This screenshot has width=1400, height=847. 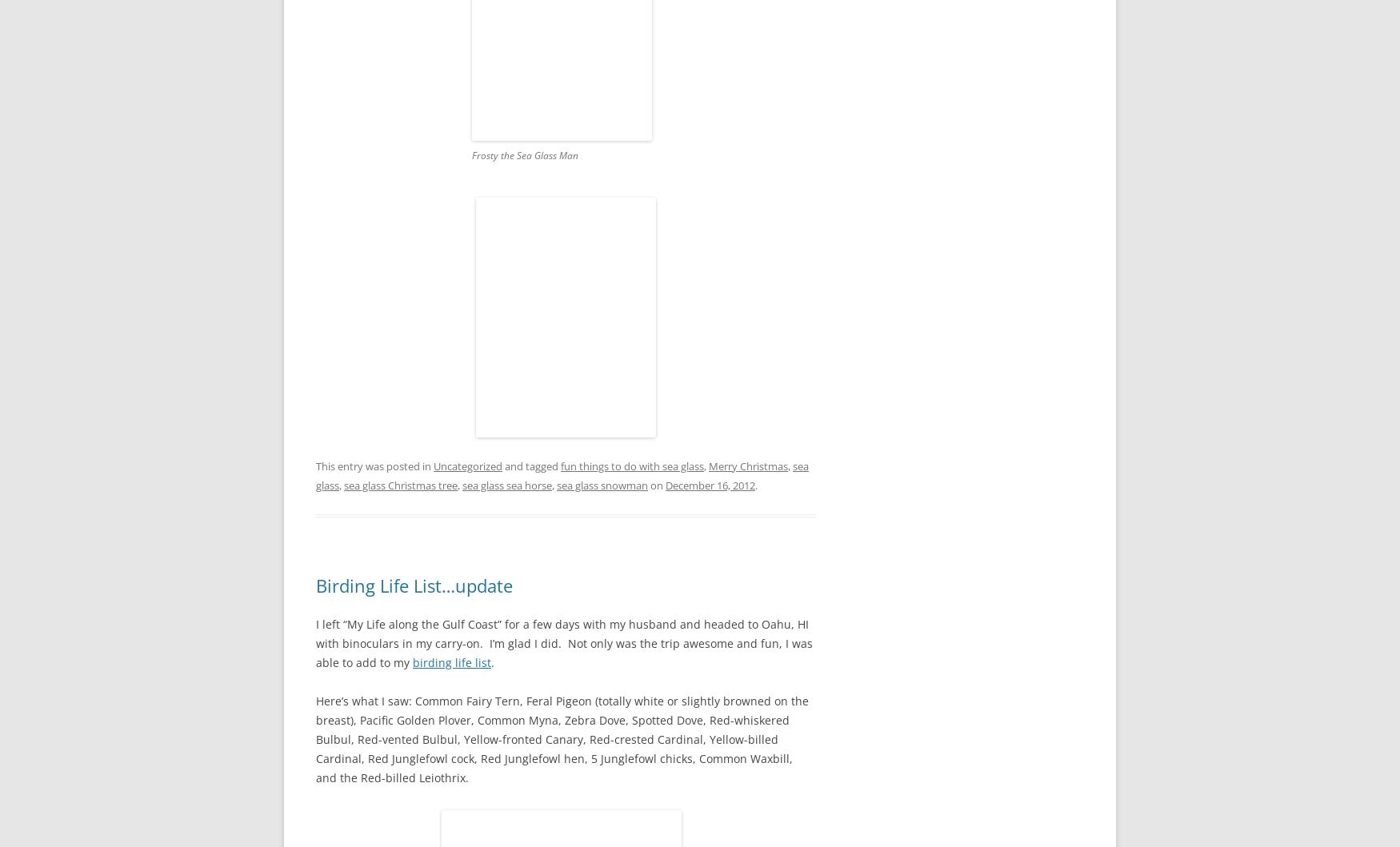 What do you see at coordinates (452, 661) in the screenshot?
I see `'birding life list'` at bounding box center [452, 661].